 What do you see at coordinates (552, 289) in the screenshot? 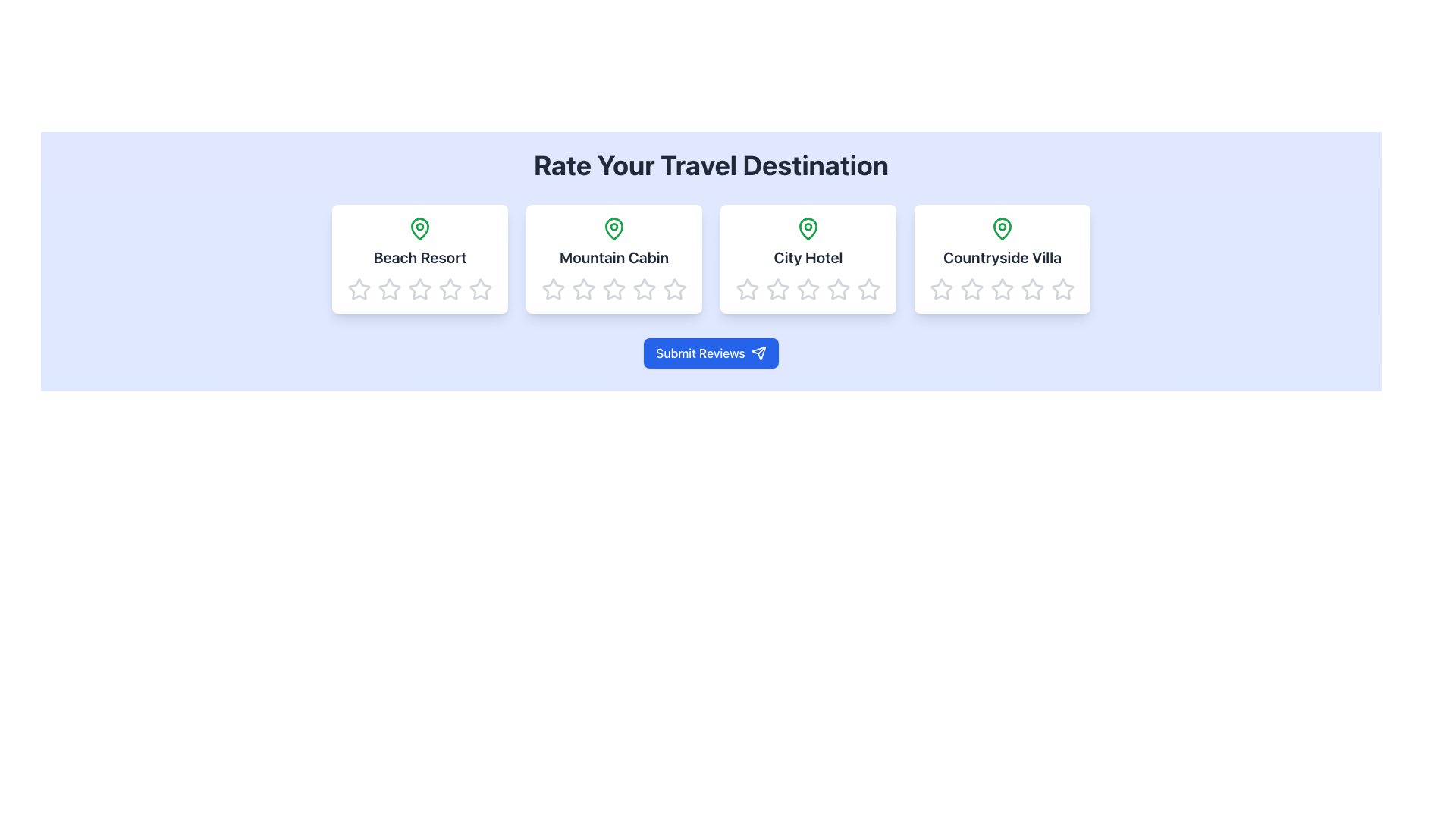
I see `the first interactive rating star icon in the 'Mountain Cabin' section` at bounding box center [552, 289].